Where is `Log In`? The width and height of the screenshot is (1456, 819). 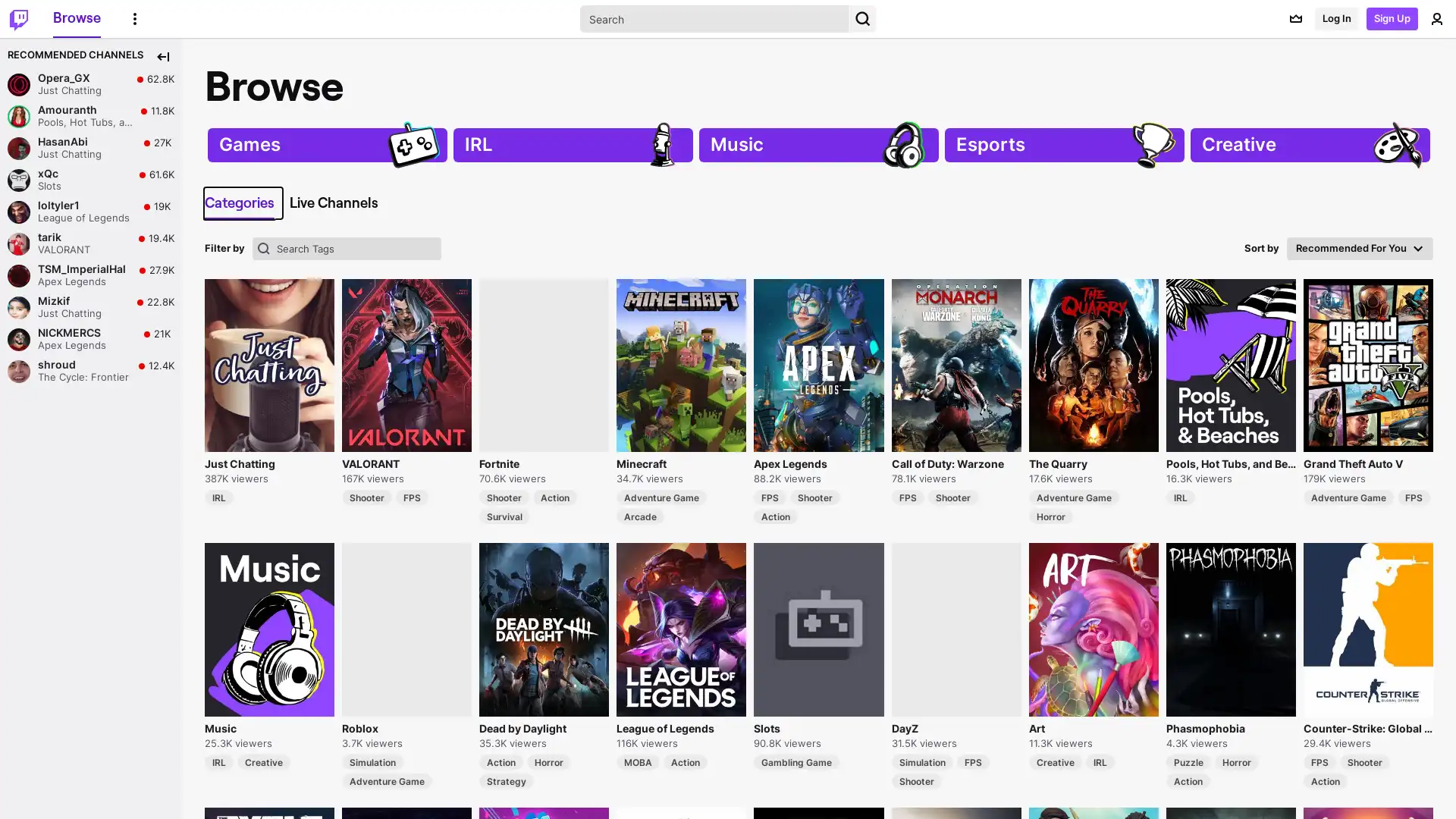 Log In is located at coordinates (1336, 18).